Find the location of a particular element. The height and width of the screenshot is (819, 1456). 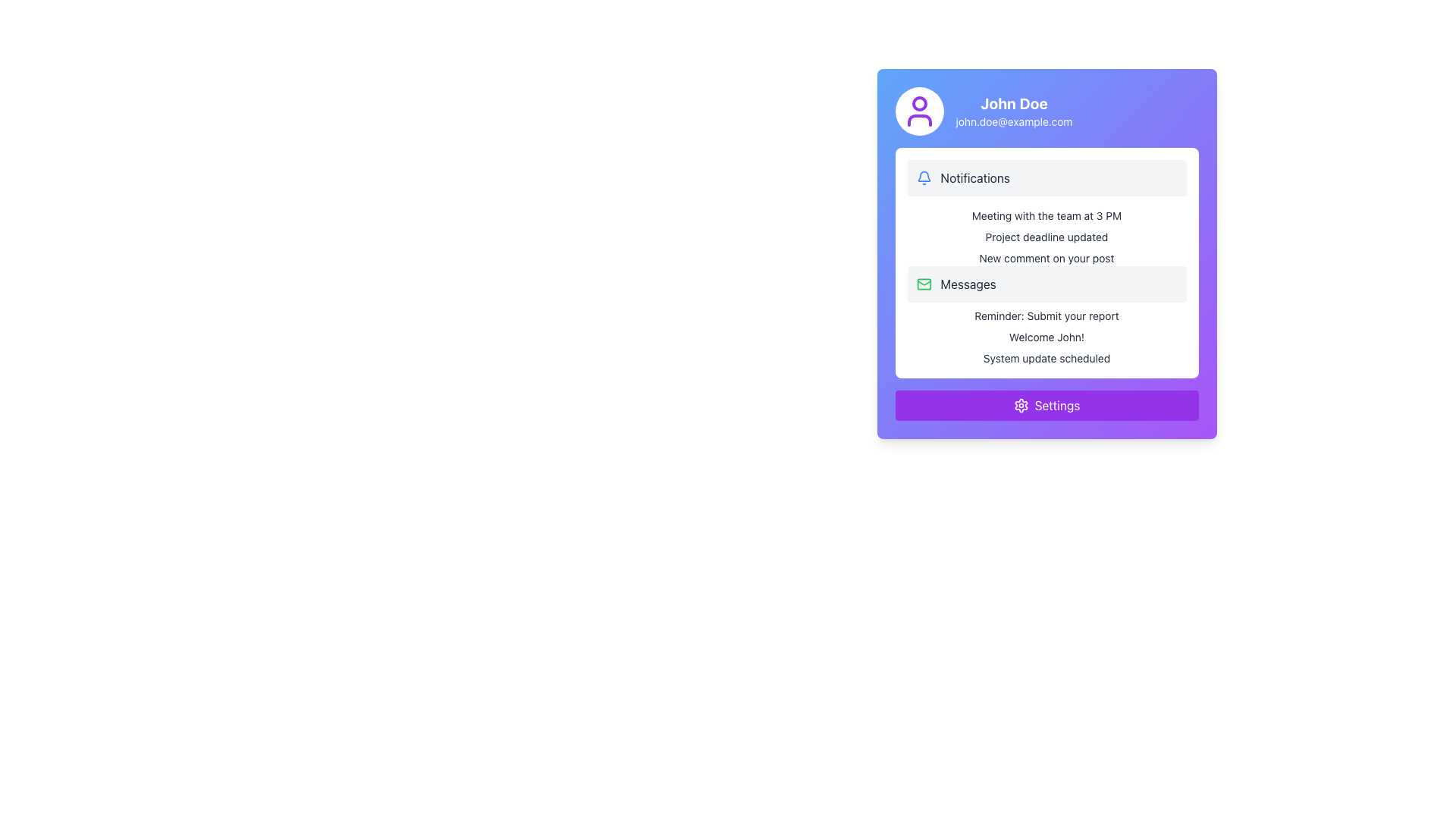

the text element displaying the email address 'john.doe@example.com', which is styled in a smaller font and positioned directly below the name 'John Doe' within a card-like interface is located at coordinates (1014, 121).